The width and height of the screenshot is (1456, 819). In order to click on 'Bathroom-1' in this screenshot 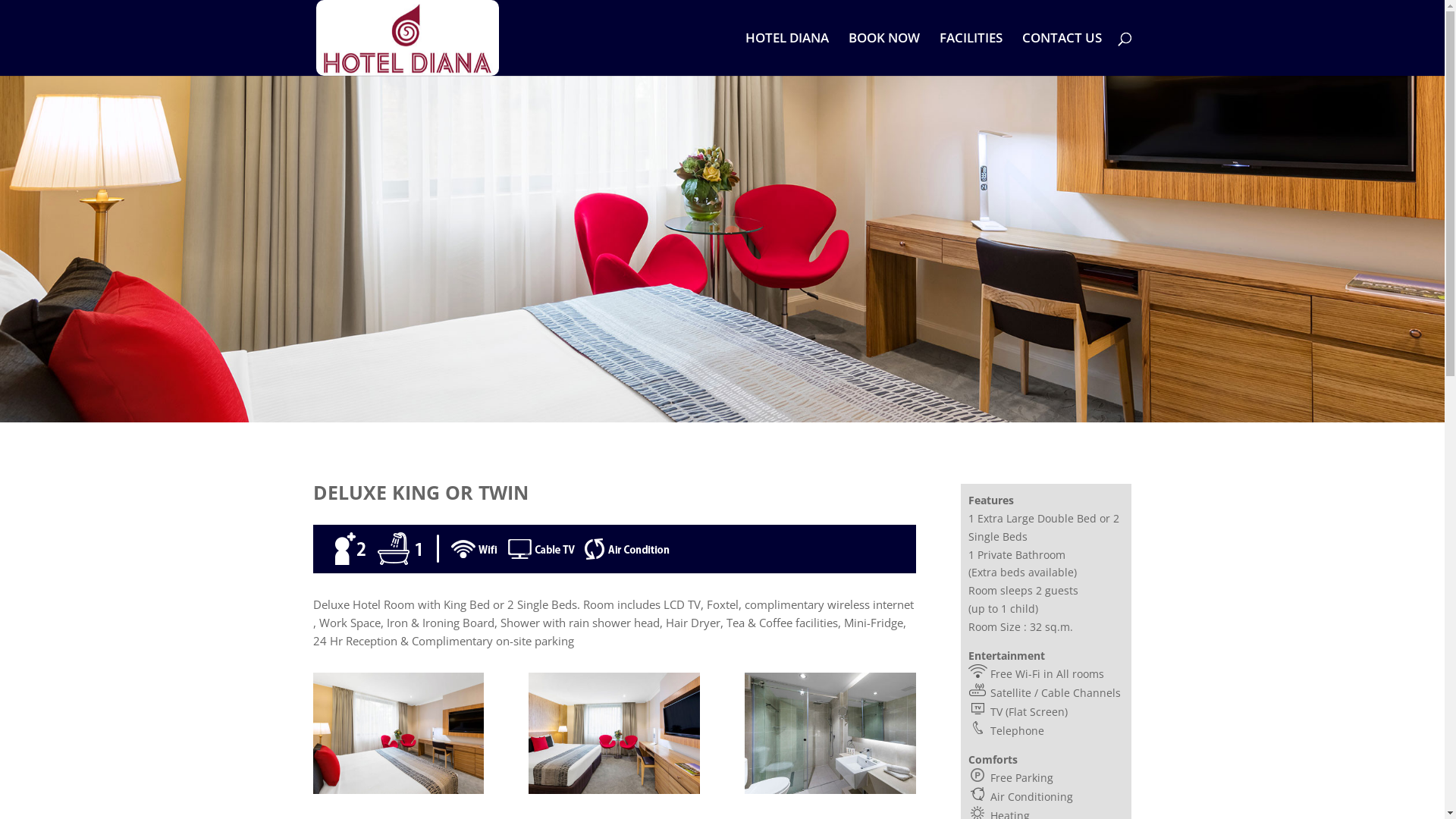, I will do `click(829, 789)`.